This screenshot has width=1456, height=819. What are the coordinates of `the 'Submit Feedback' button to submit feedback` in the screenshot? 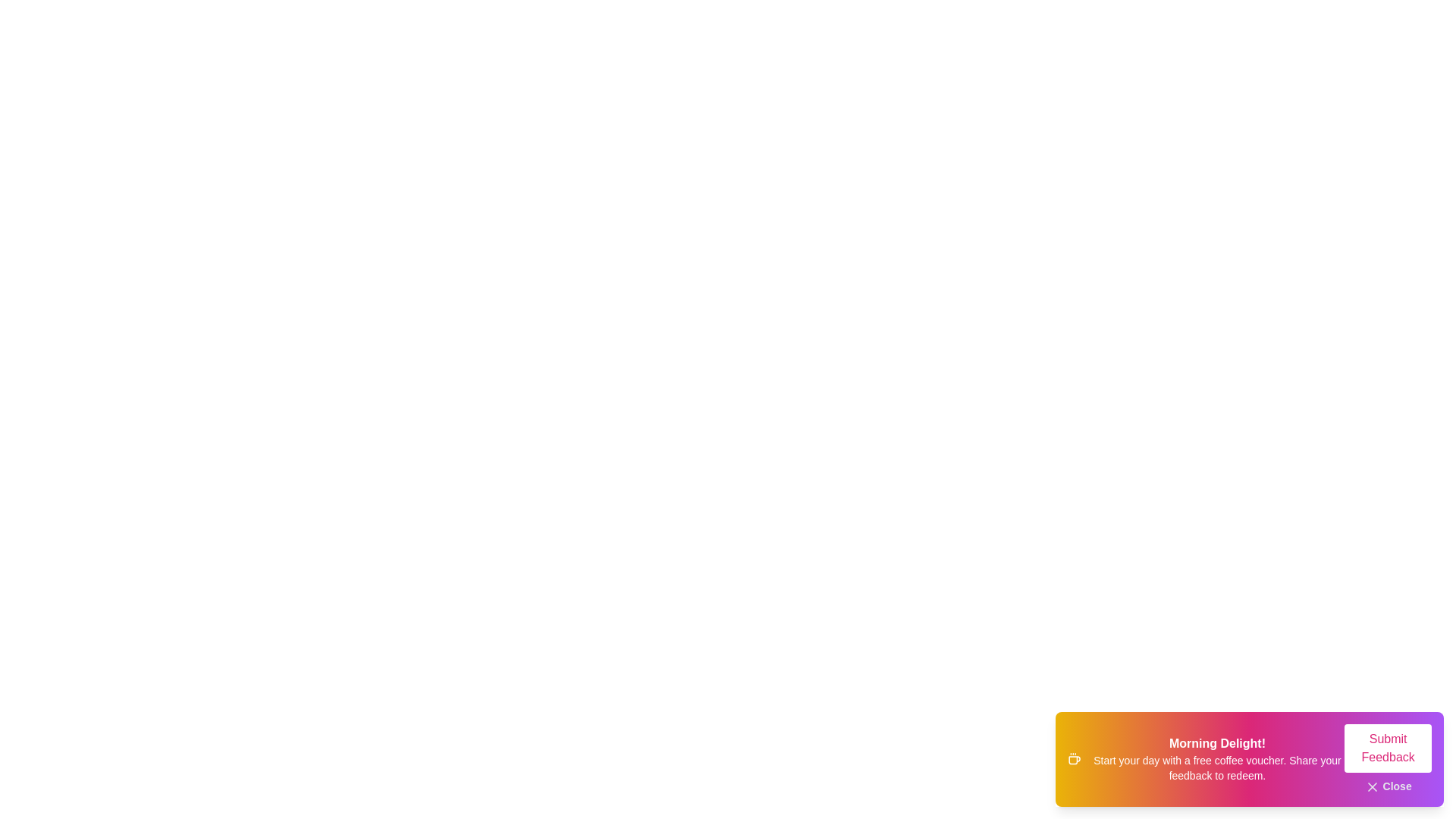 It's located at (1387, 747).